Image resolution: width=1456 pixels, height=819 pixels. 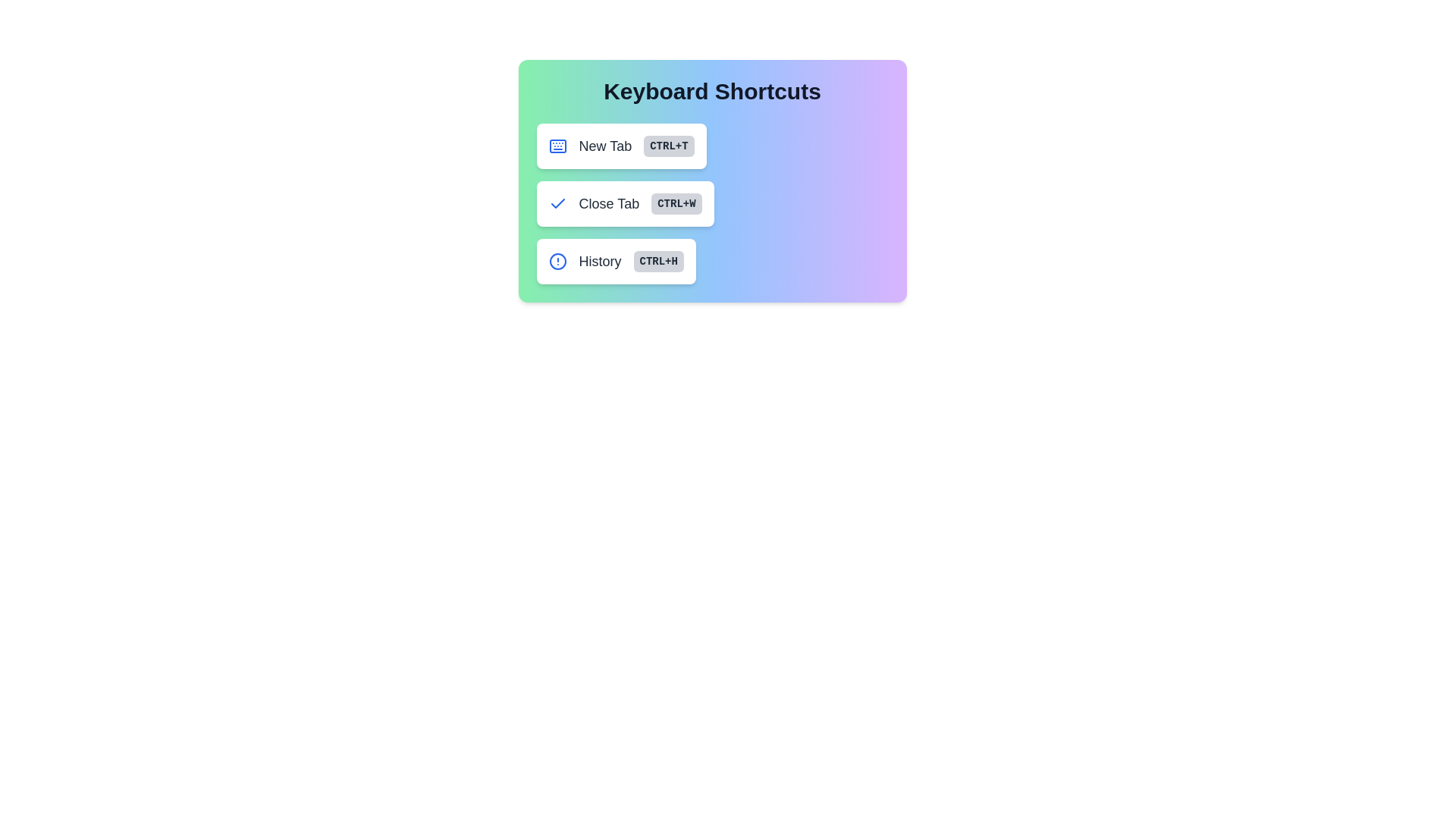 What do you see at coordinates (609, 203) in the screenshot?
I see `the static text label that describes the option for closing a tab with the keyboard shortcut 'Ctrl+W'` at bounding box center [609, 203].